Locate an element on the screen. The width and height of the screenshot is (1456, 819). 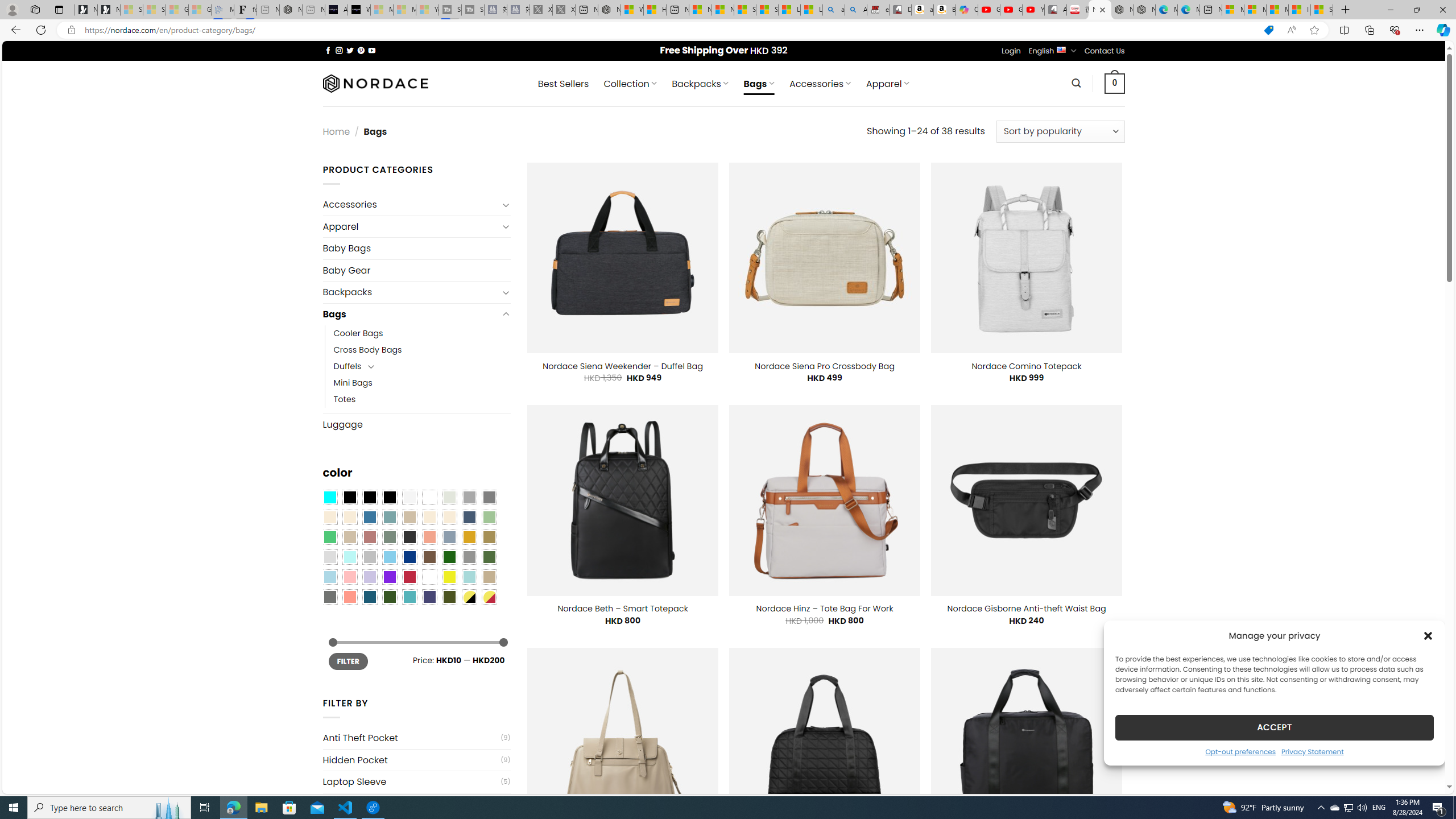
'Follow on YouTube' is located at coordinates (371, 50).